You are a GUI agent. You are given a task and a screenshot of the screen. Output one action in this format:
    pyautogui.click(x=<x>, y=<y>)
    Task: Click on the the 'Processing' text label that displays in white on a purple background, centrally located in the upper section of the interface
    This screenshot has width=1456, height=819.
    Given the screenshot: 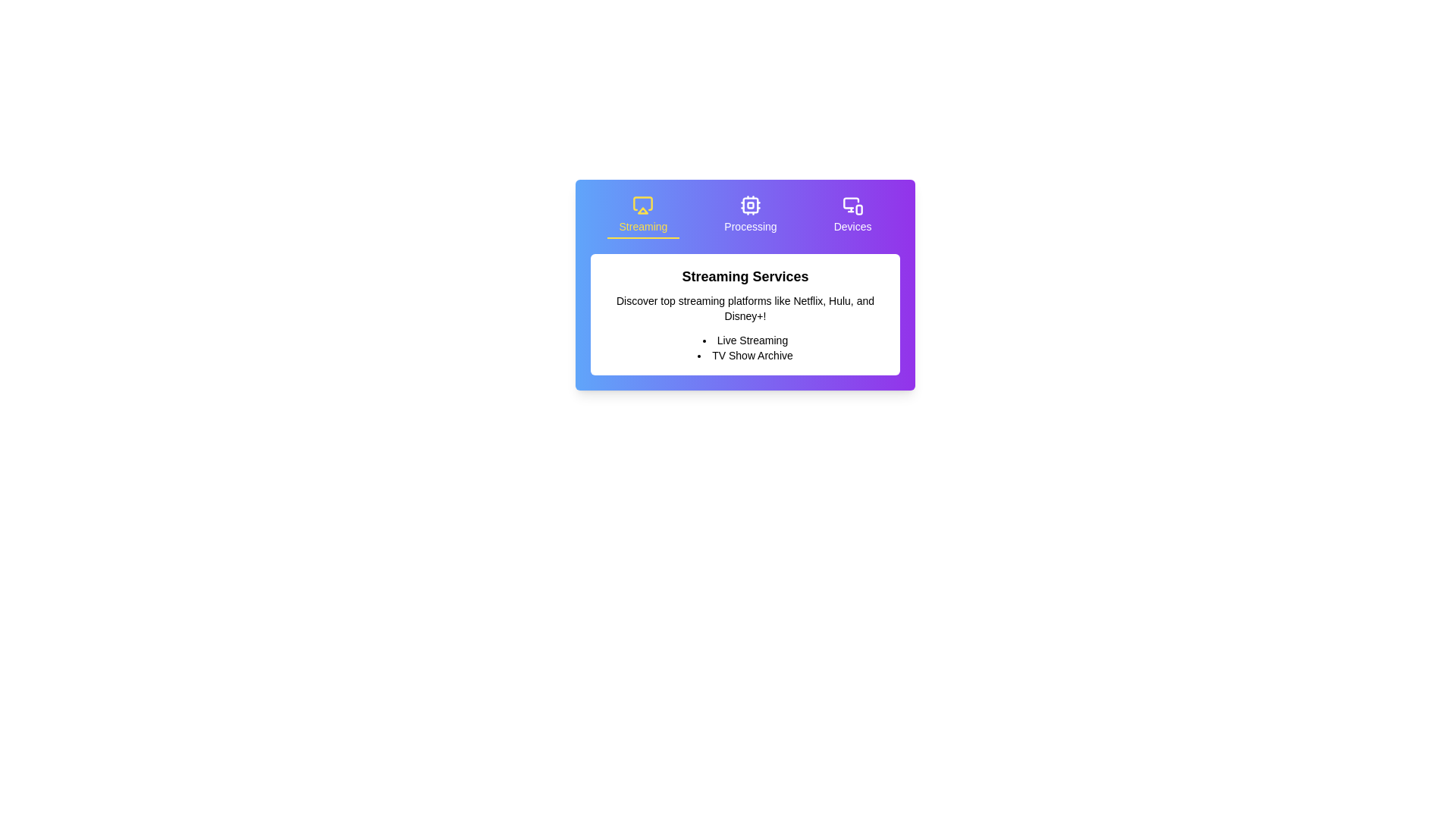 What is the action you would take?
    pyautogui.click(x=750, y=227)
    